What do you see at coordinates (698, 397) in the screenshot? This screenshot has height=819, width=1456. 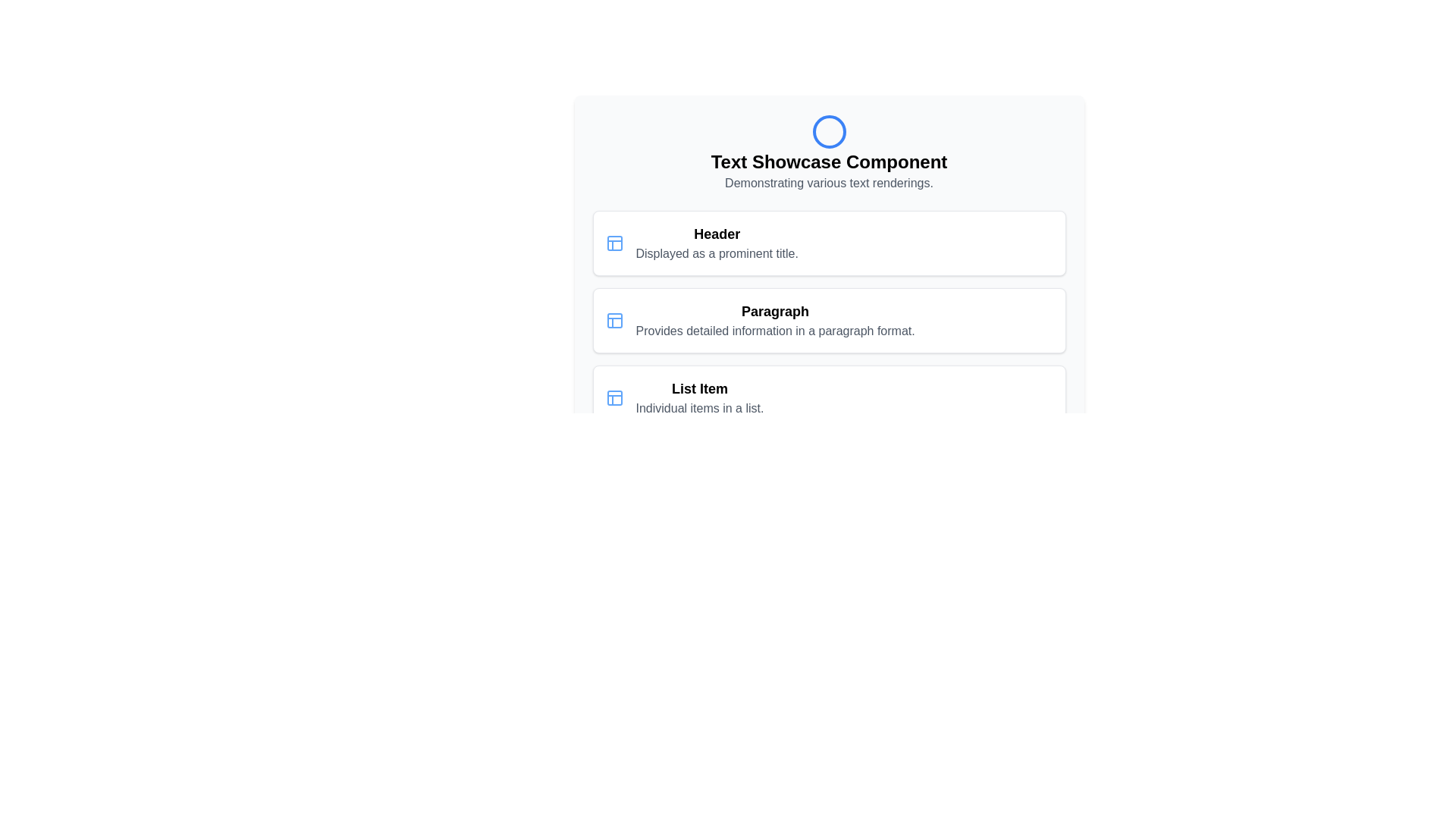 I see `displayed text in the Textual Content Block that contains 'List Item' and 'Individual items in a list.' It is the third item in the vertical list of sections labeled 'Text Showcase Component.'` at bounding box center [698, 397].